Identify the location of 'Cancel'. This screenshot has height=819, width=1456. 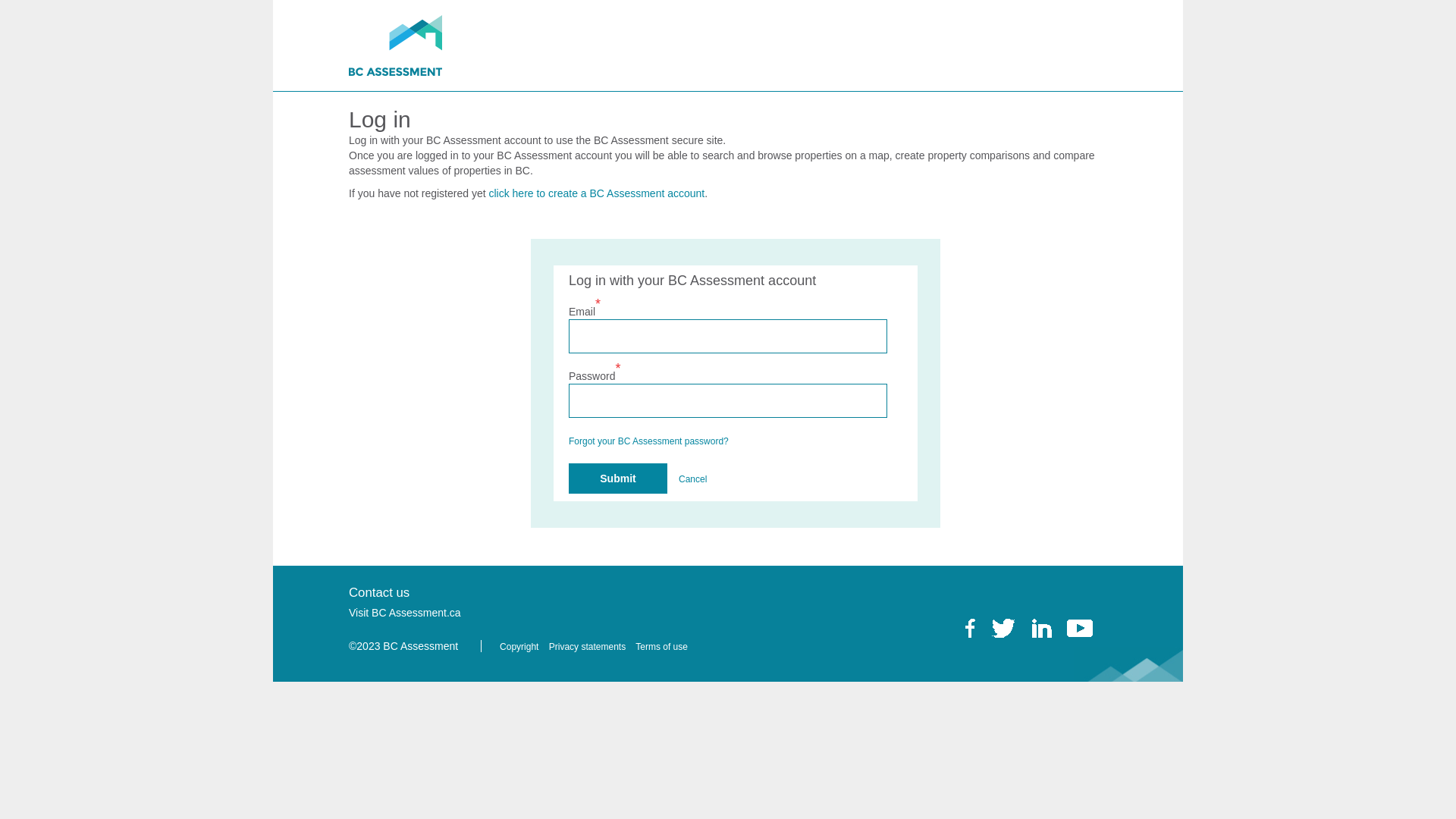
(677, 479).